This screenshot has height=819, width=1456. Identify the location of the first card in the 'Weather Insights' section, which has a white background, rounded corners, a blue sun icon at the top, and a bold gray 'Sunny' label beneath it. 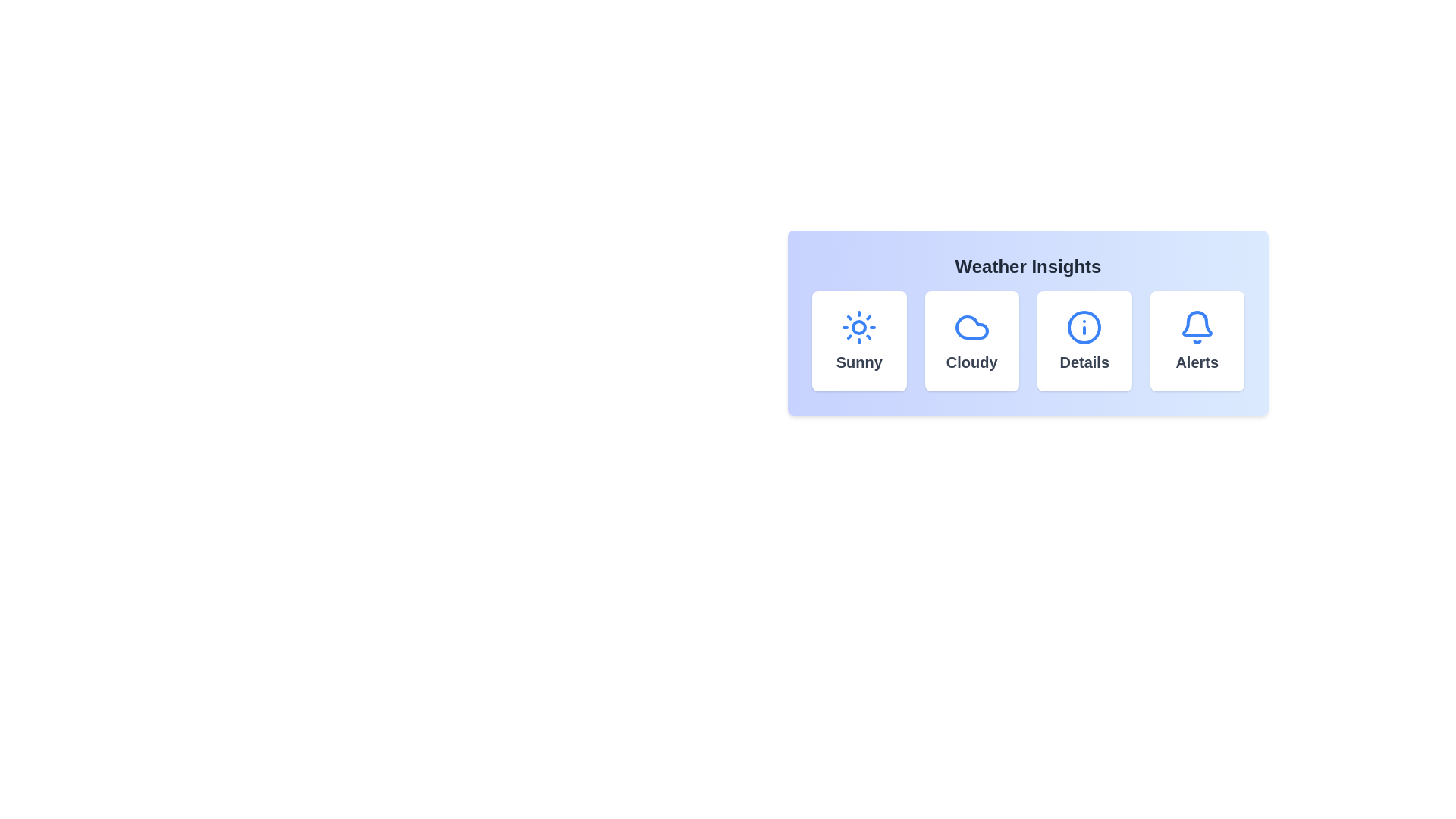
(859, 341).